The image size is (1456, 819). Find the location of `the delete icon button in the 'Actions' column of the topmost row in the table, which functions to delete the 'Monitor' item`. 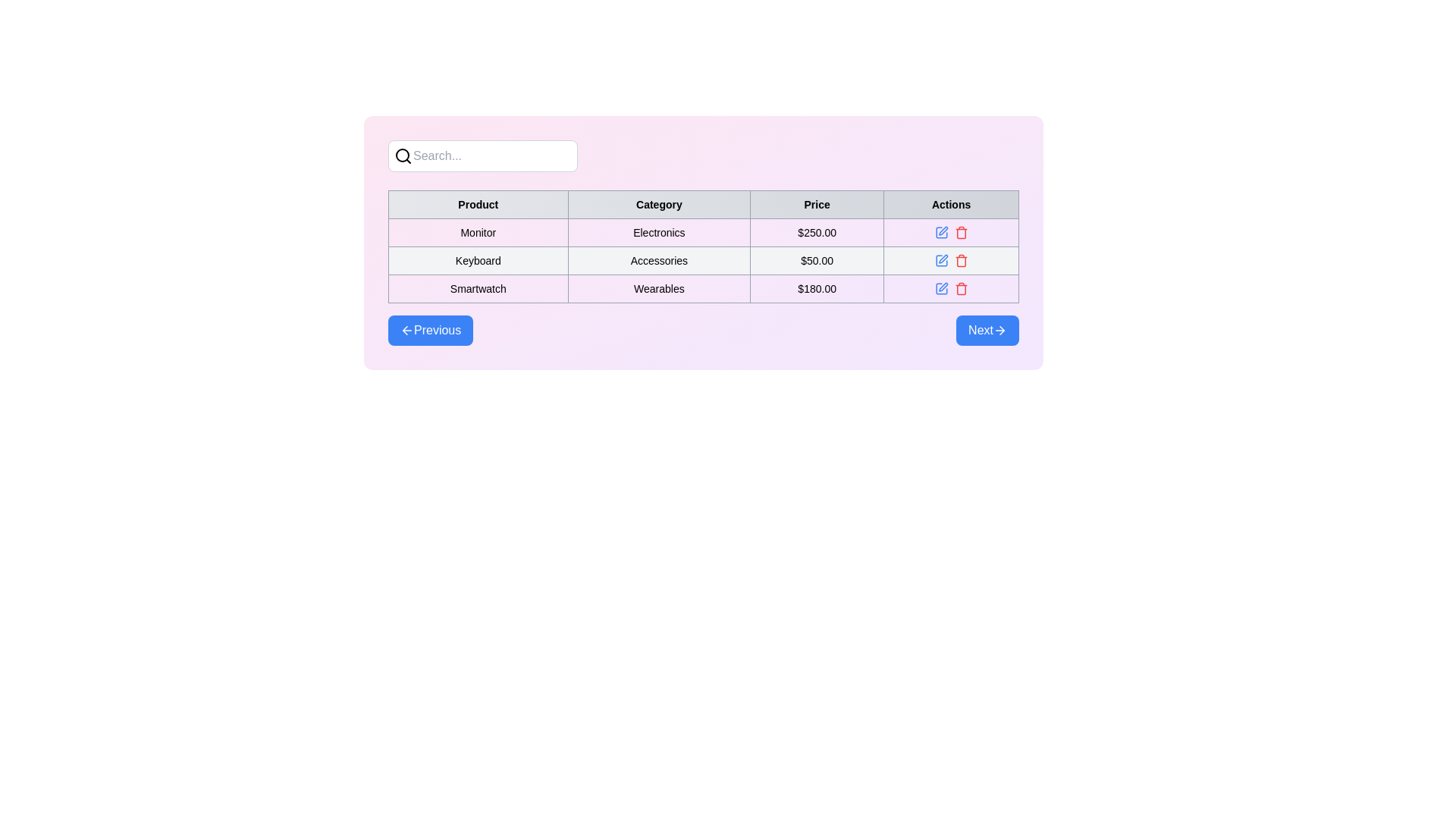

the delete icon button in the 'Actions' column of the topmost row in the table, which functions to delete the 'Monitor' item is located at coordinates (960, 233).